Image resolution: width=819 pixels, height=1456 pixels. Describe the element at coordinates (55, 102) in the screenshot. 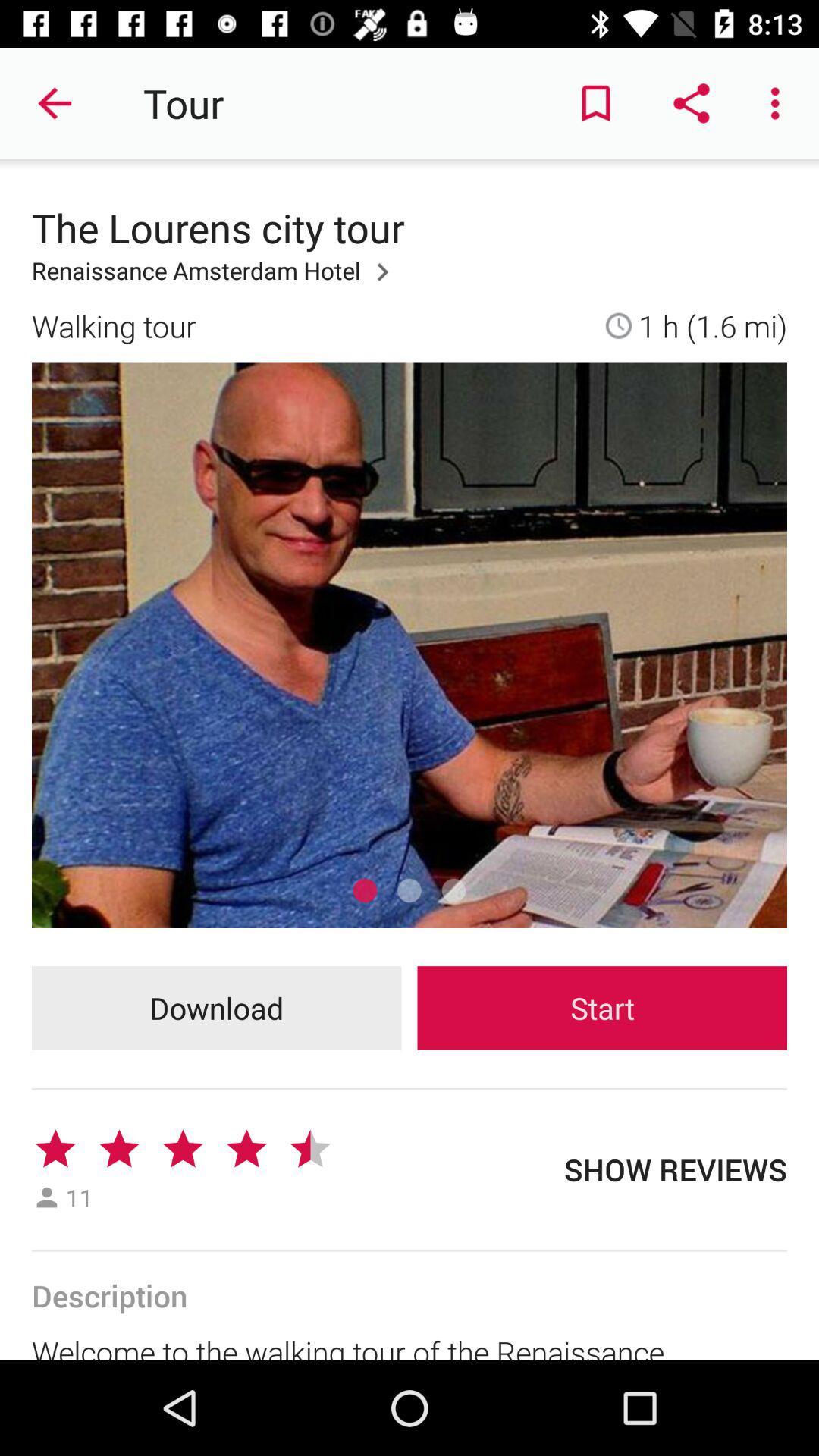

I see `go back` at that location.